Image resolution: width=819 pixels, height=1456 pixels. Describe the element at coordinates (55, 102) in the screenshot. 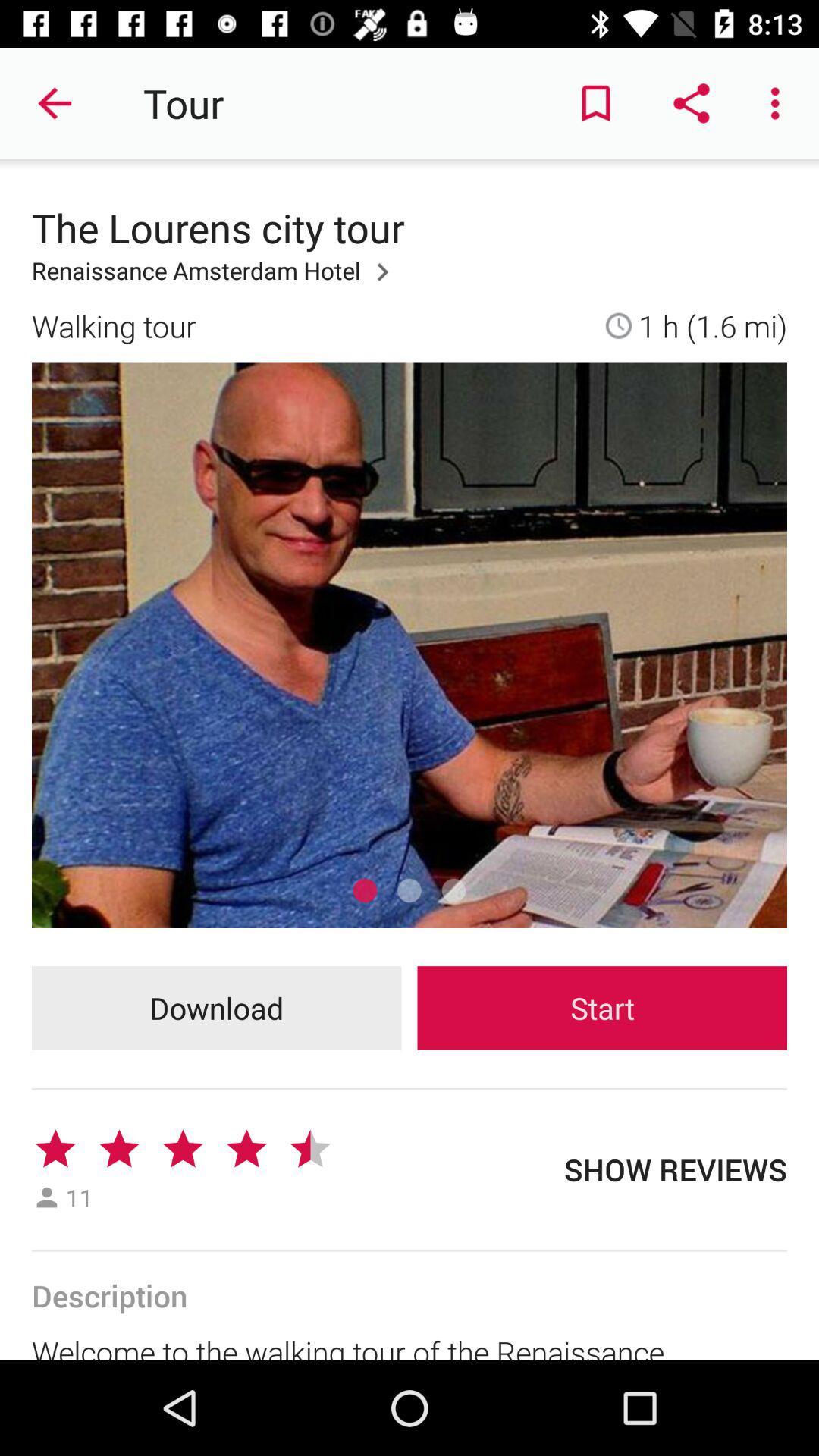

I see `go back` at that location.